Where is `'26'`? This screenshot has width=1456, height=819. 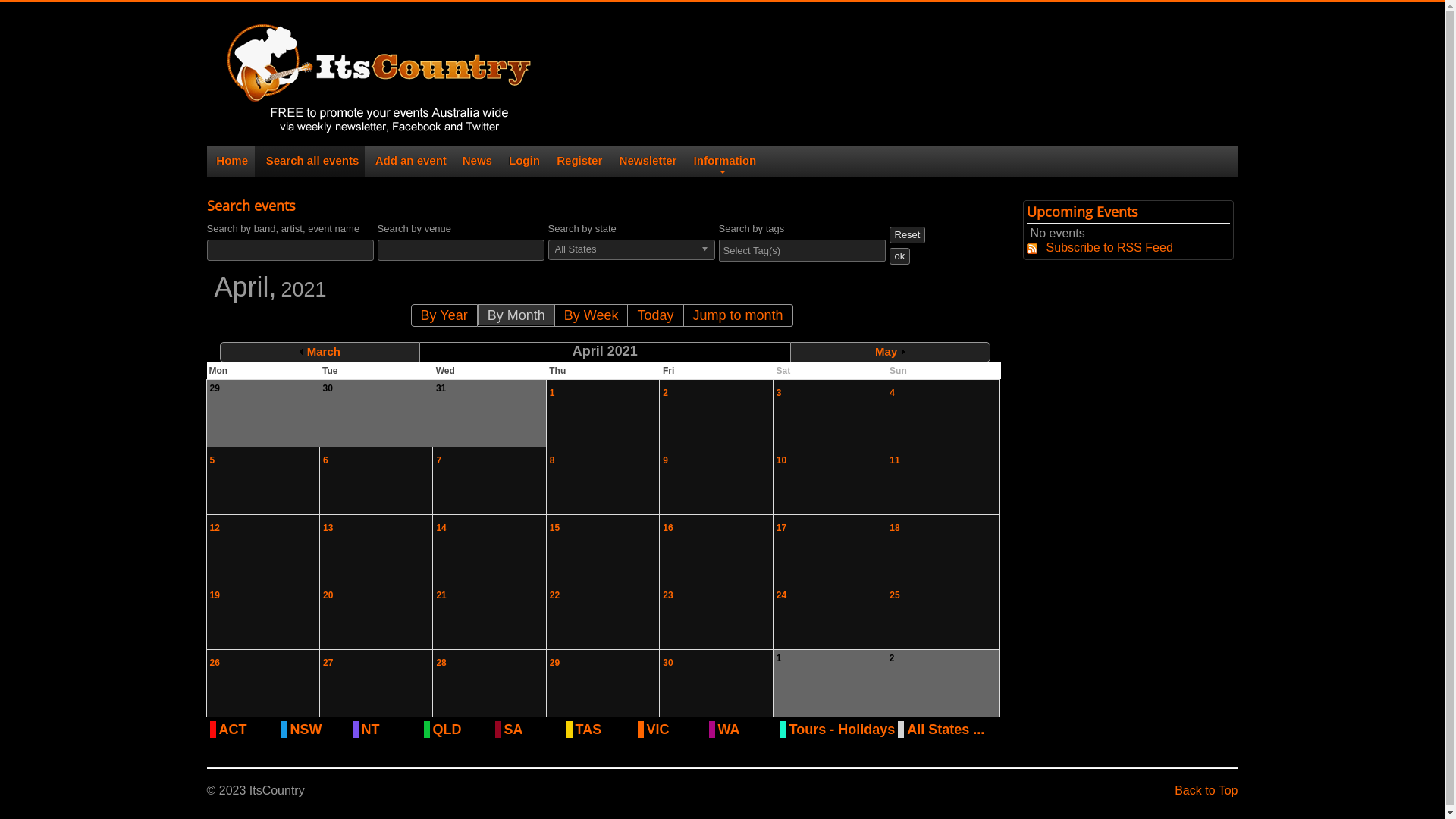
'26' is located at coordinates (208, 662).